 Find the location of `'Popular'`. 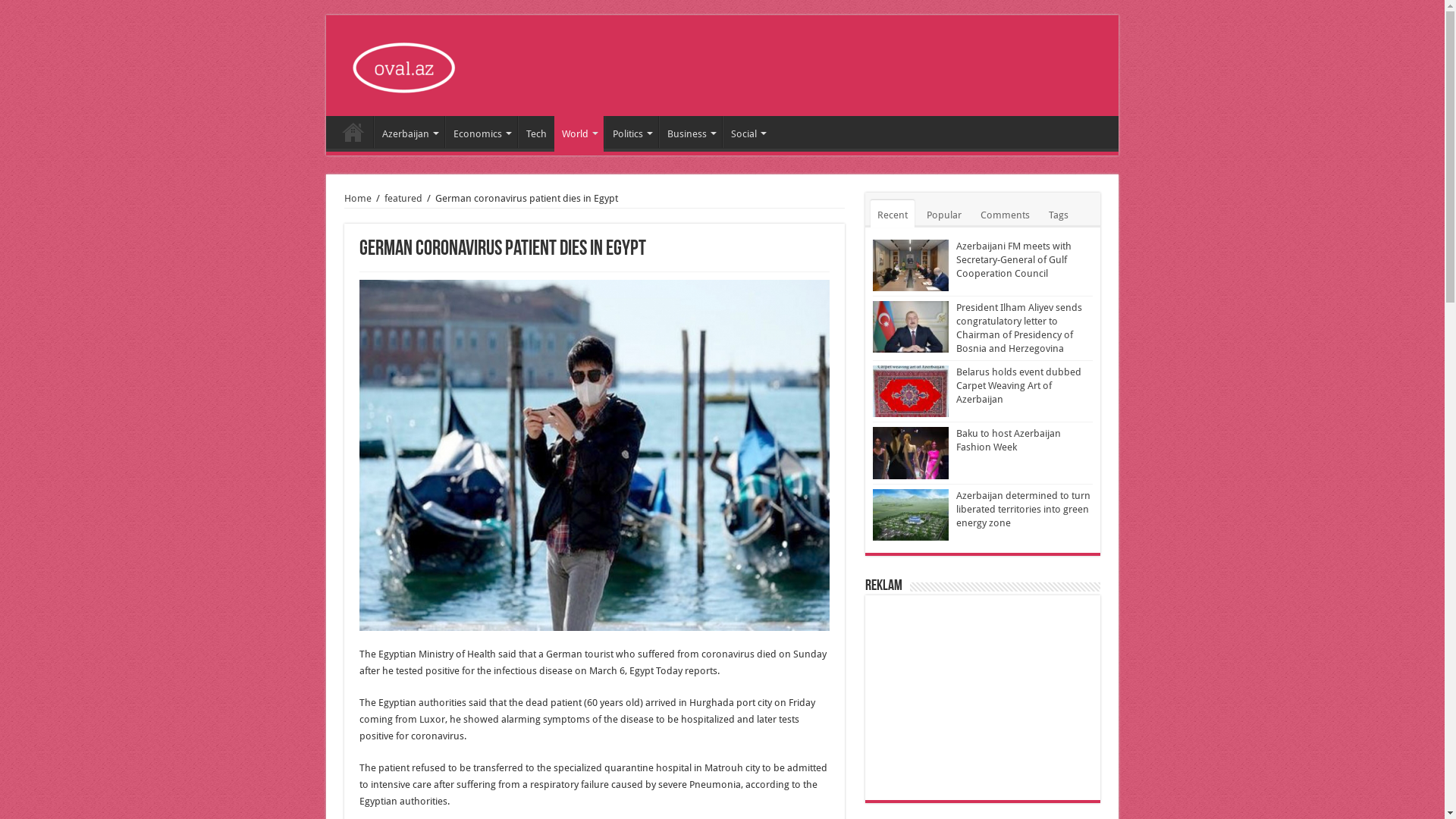

'Popular' is located at coordinates (943, 213).